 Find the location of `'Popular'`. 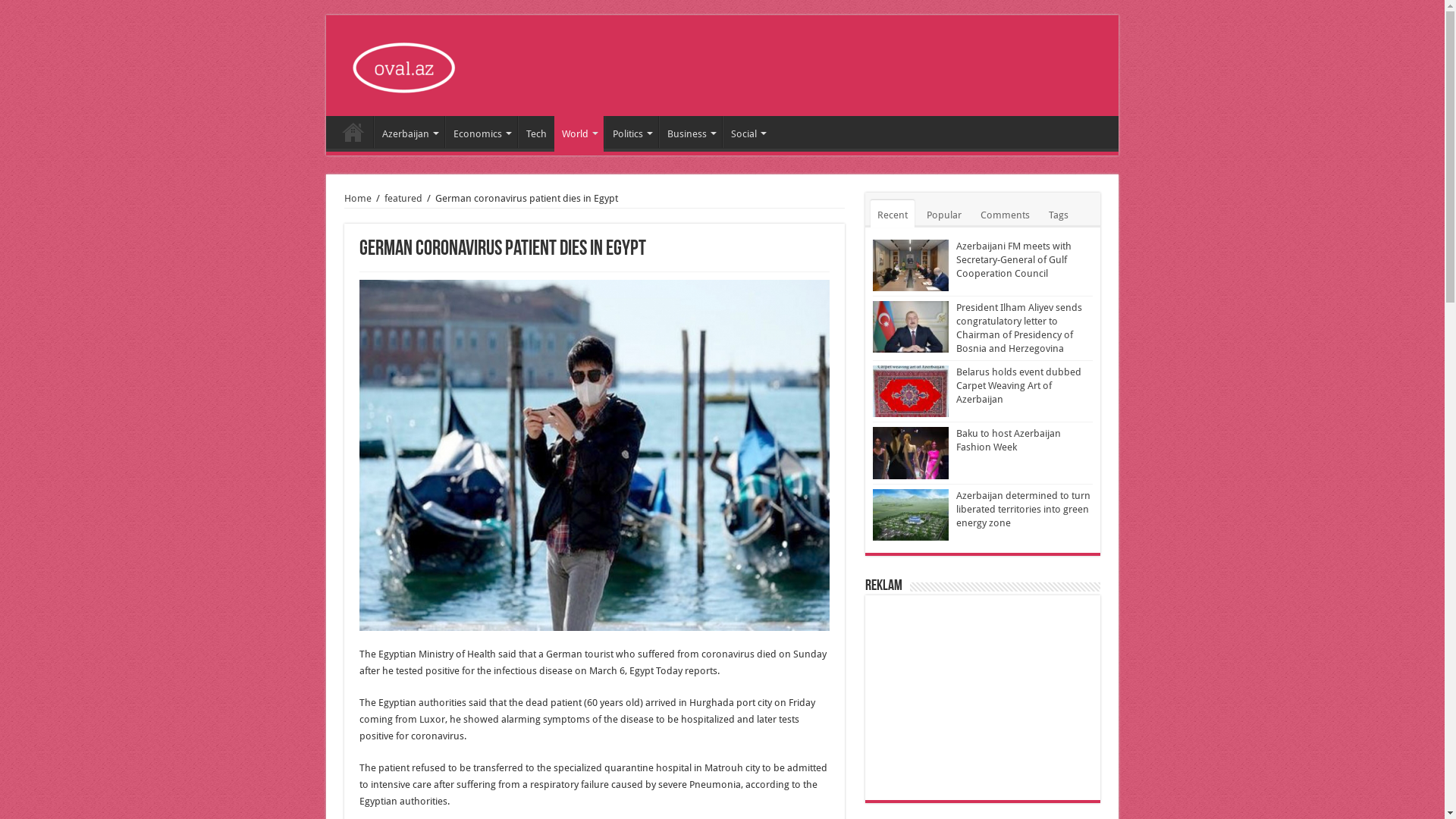

'Popular' is located at coordinates (943, 213).